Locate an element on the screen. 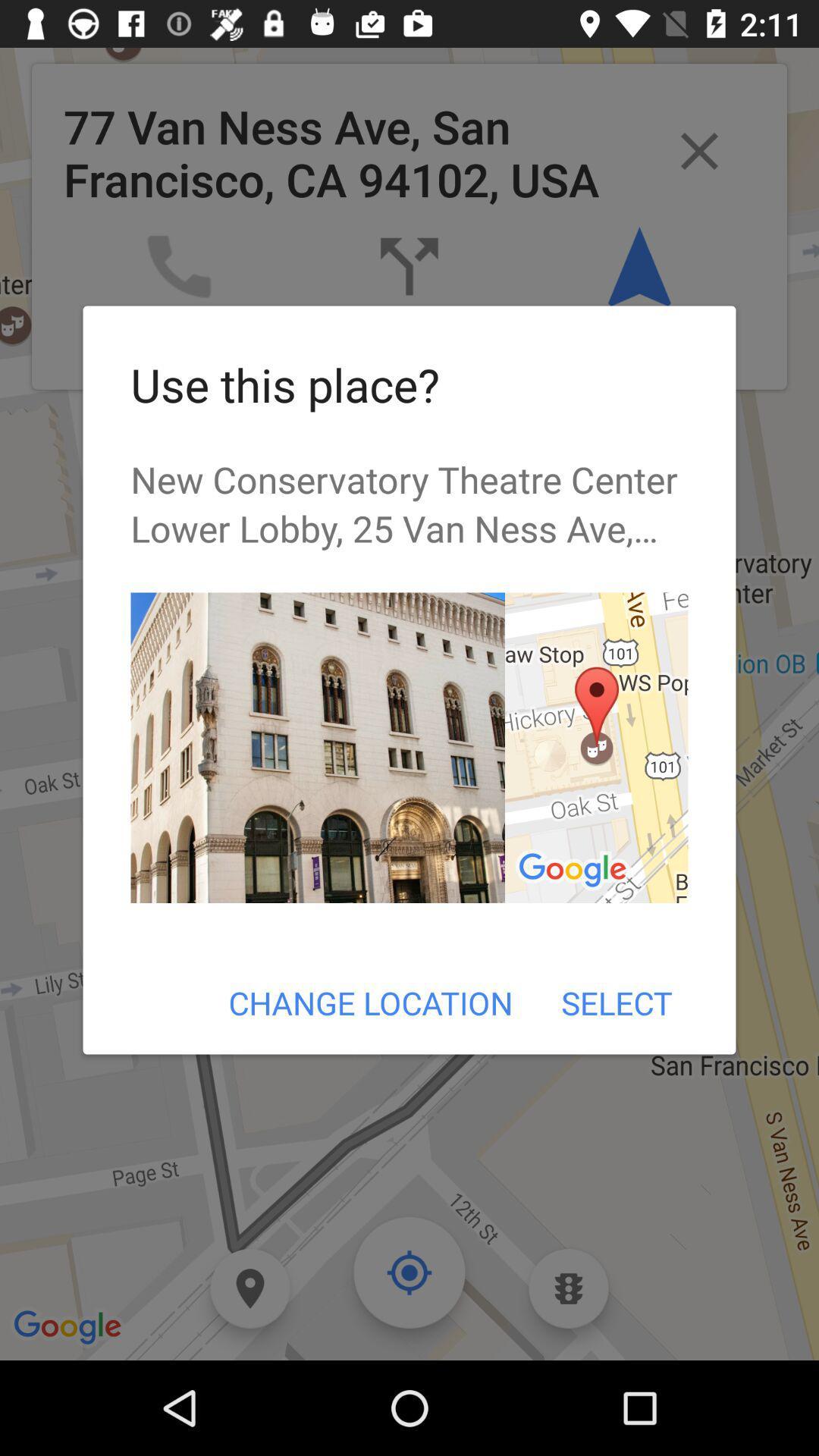 This screenshot has width=819, height=1456. change location item is located at coordinates (371, 1003).